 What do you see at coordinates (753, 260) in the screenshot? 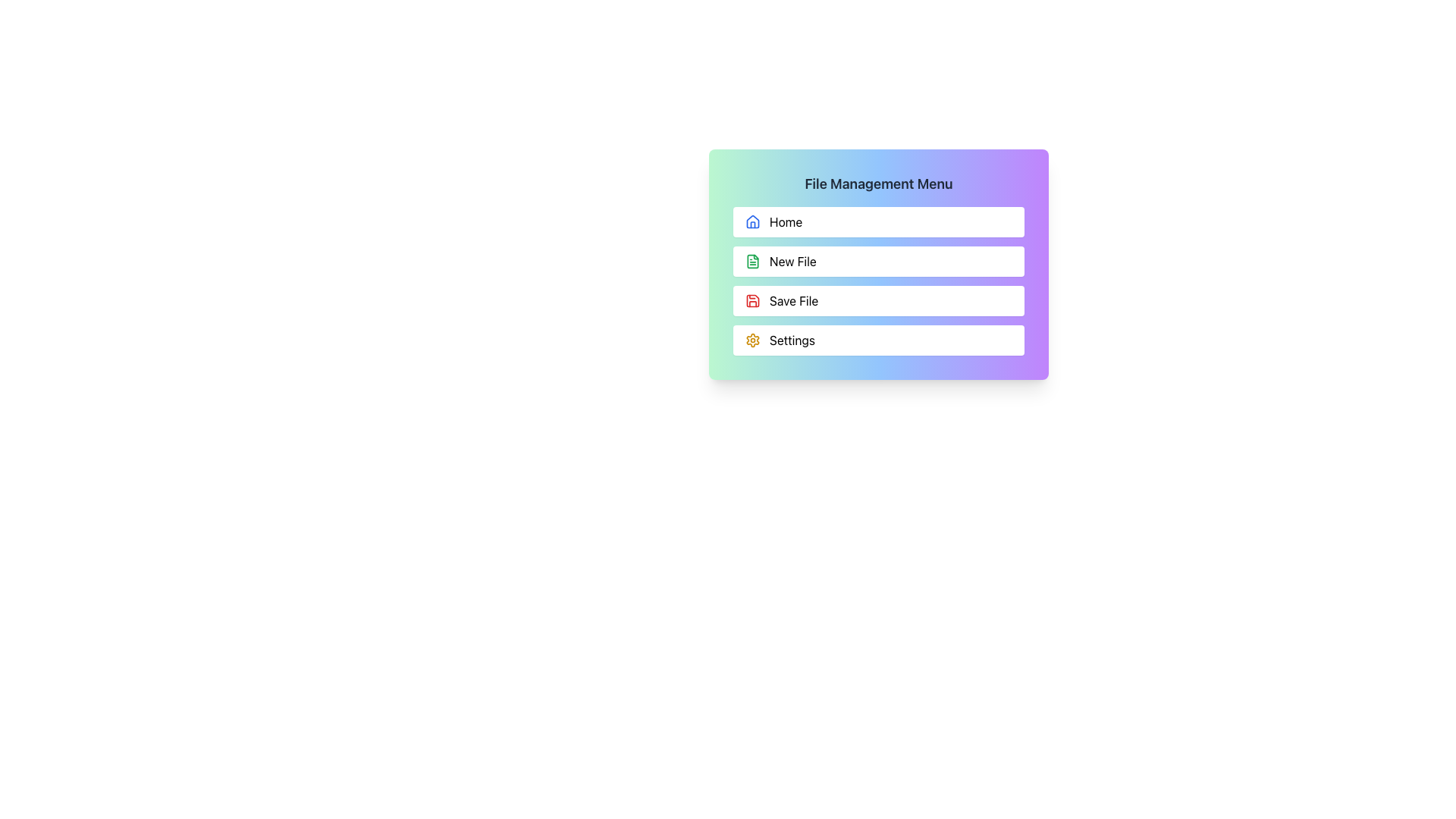
I see `the graphical representation of the 'Save File' icon located in the navigation menu of the 'File Management Menu'` at bounding box center [753, 260].